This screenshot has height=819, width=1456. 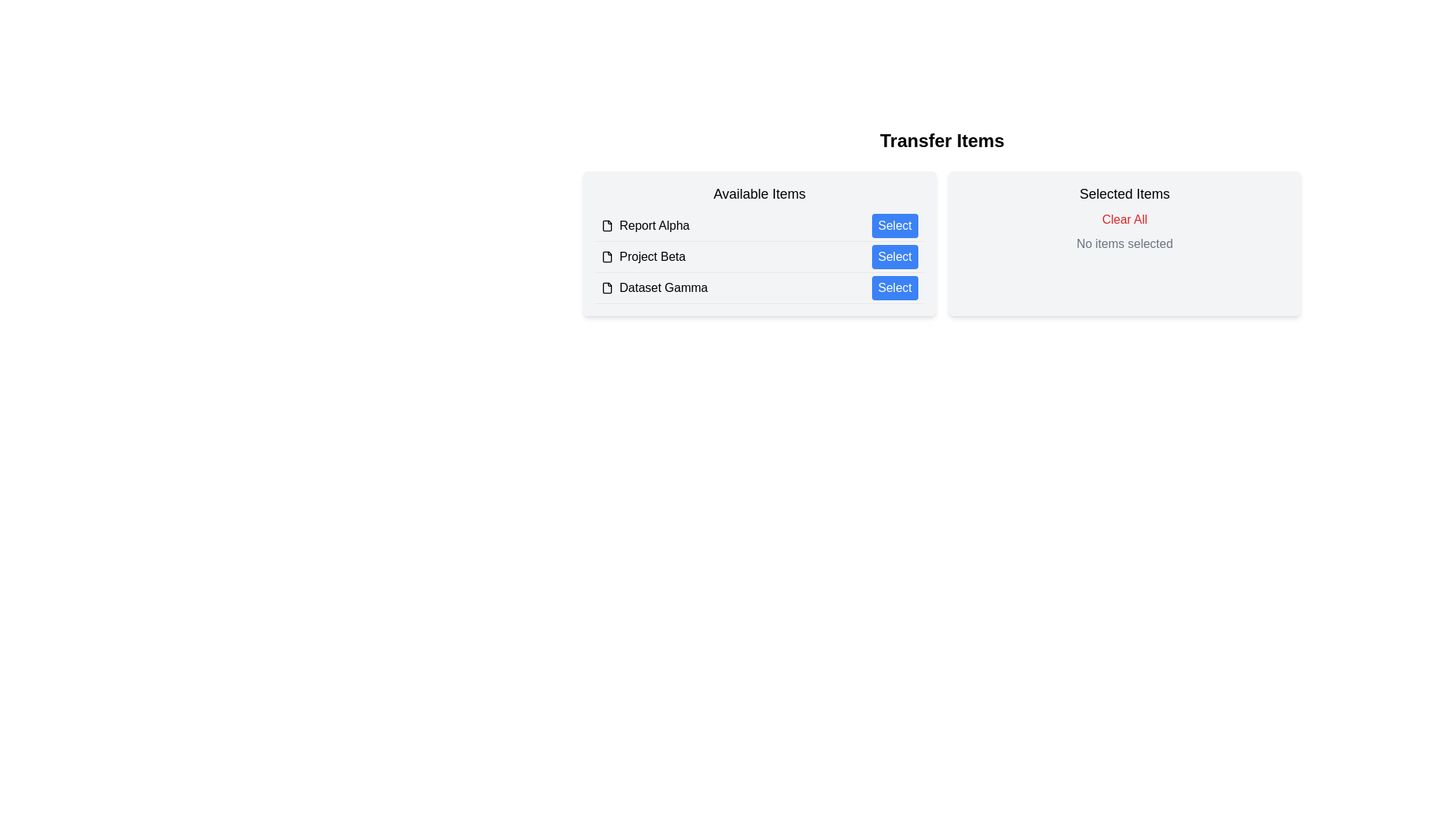 I want to click on the 'Available Items' section, which has a light gray background and contains a title in bold font, along with items and a 'Select' button, so click(x=759, y=243).